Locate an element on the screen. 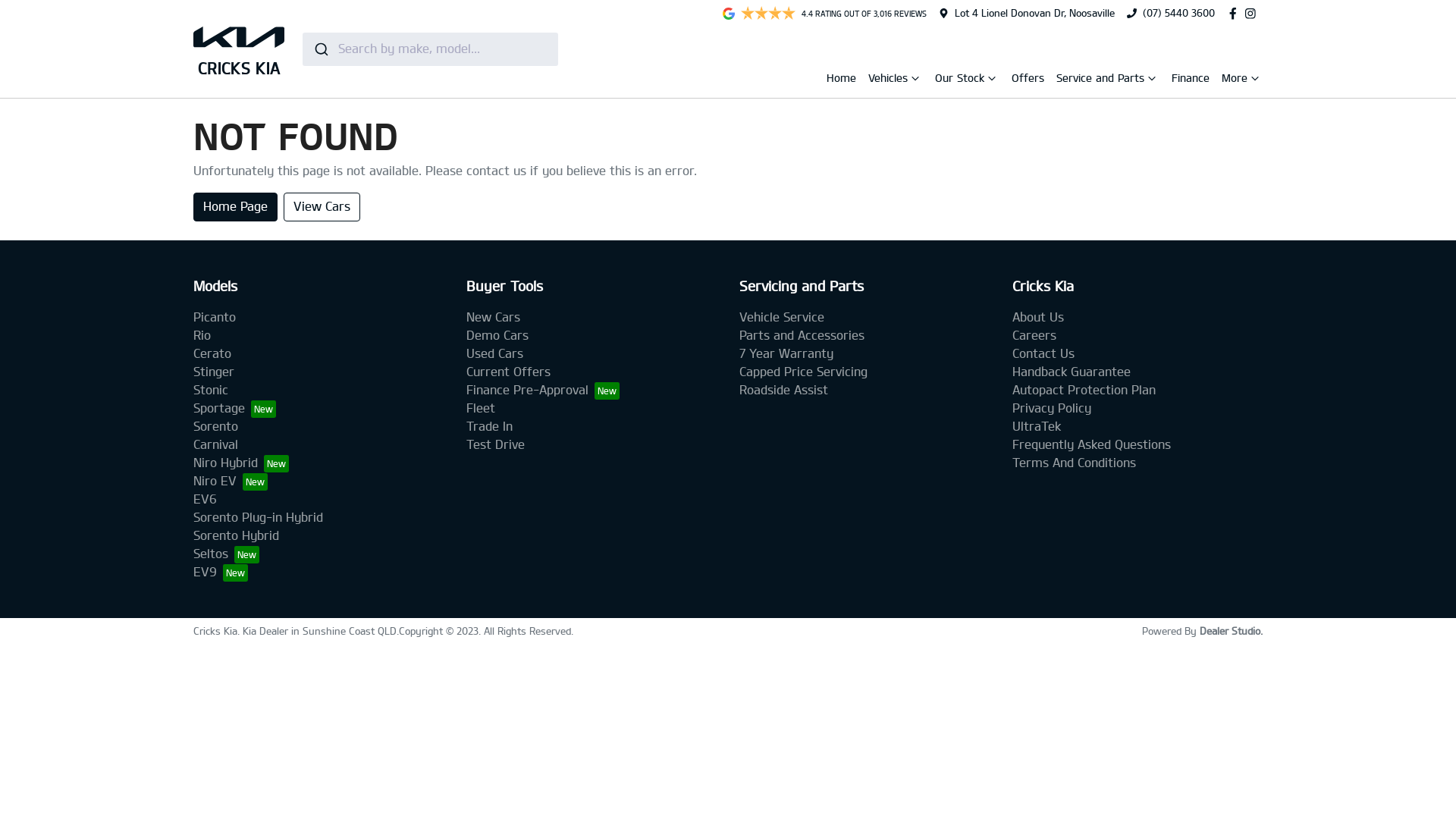 The image size is (1456, 819). 'Service and Parts' is located at coordinates (1102, 80).